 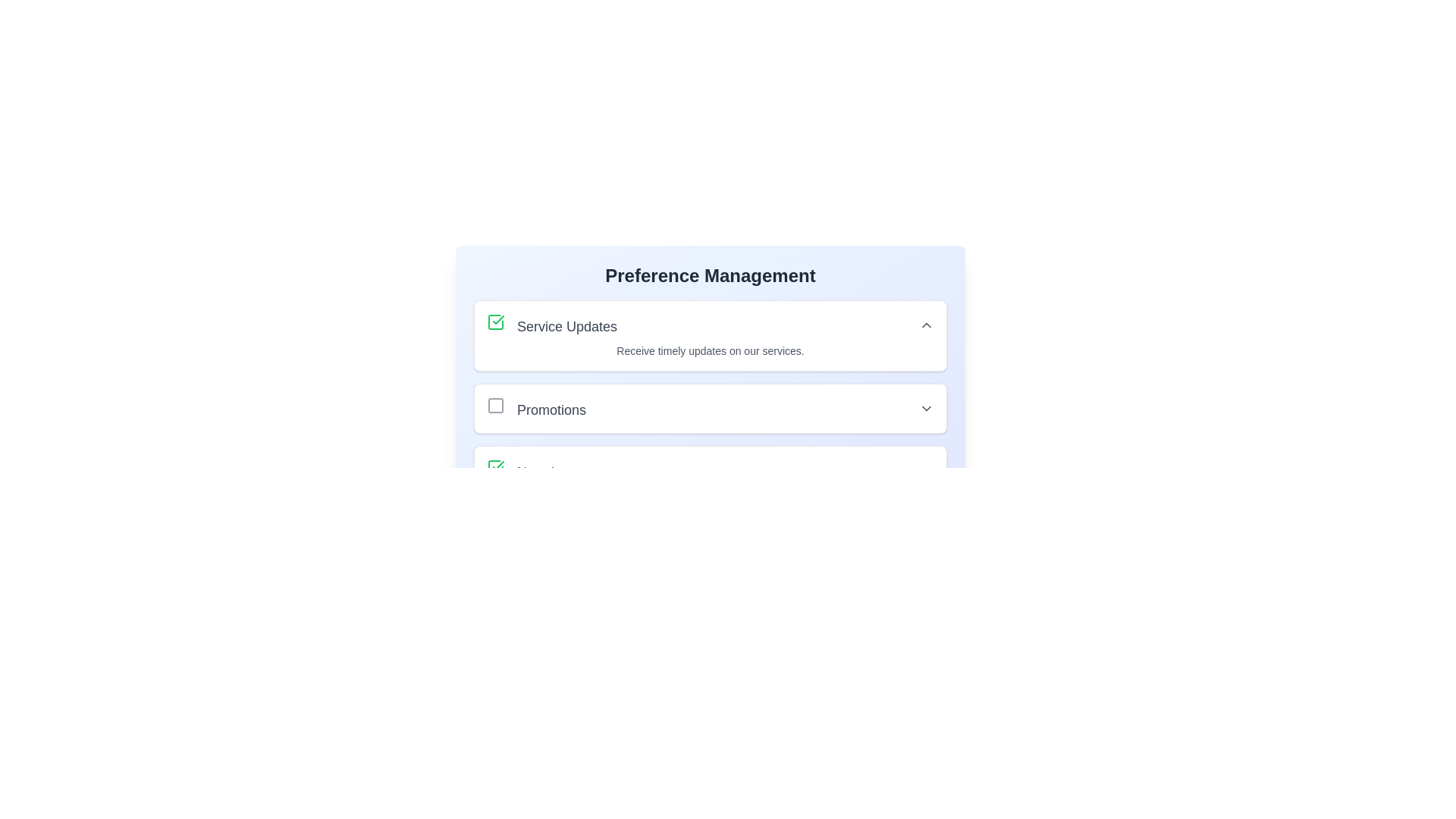 I want to click on the 'Newsletters' checkbox by, so click(x=495, y=467).